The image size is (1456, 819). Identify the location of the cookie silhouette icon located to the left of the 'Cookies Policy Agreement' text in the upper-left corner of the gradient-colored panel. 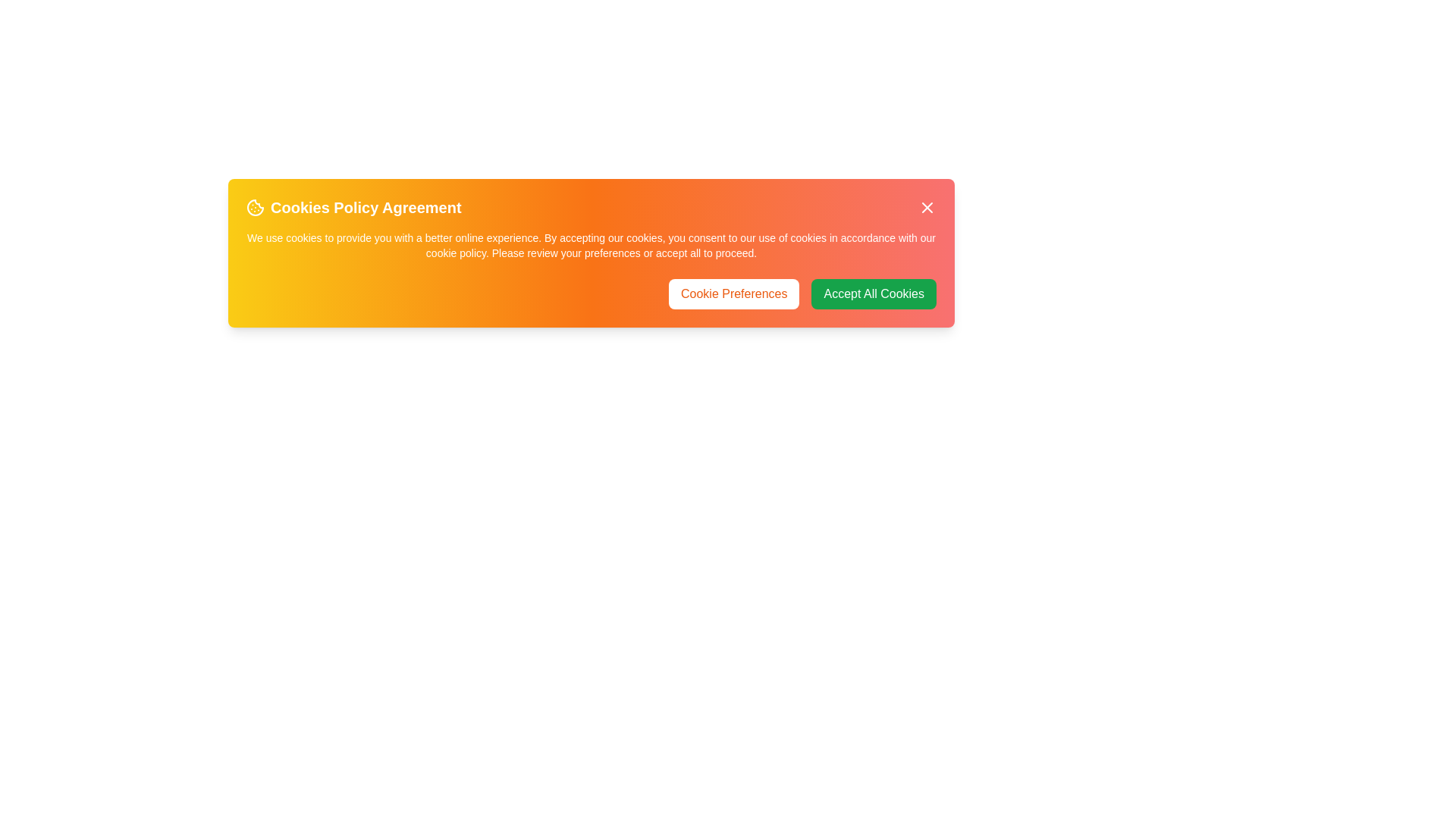
(255, 207).